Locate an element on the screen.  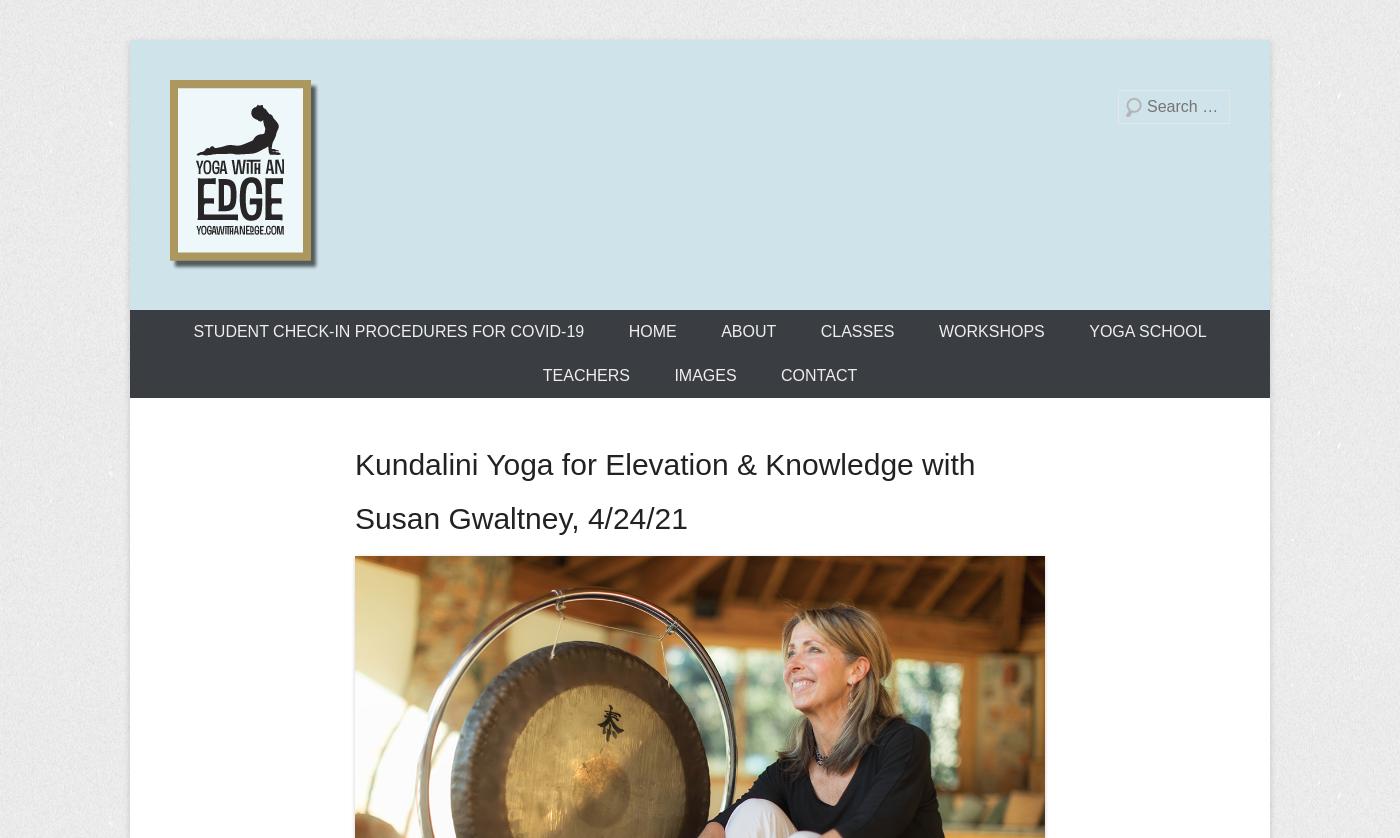
'CLASSES' is located at coordinates (856, 330).